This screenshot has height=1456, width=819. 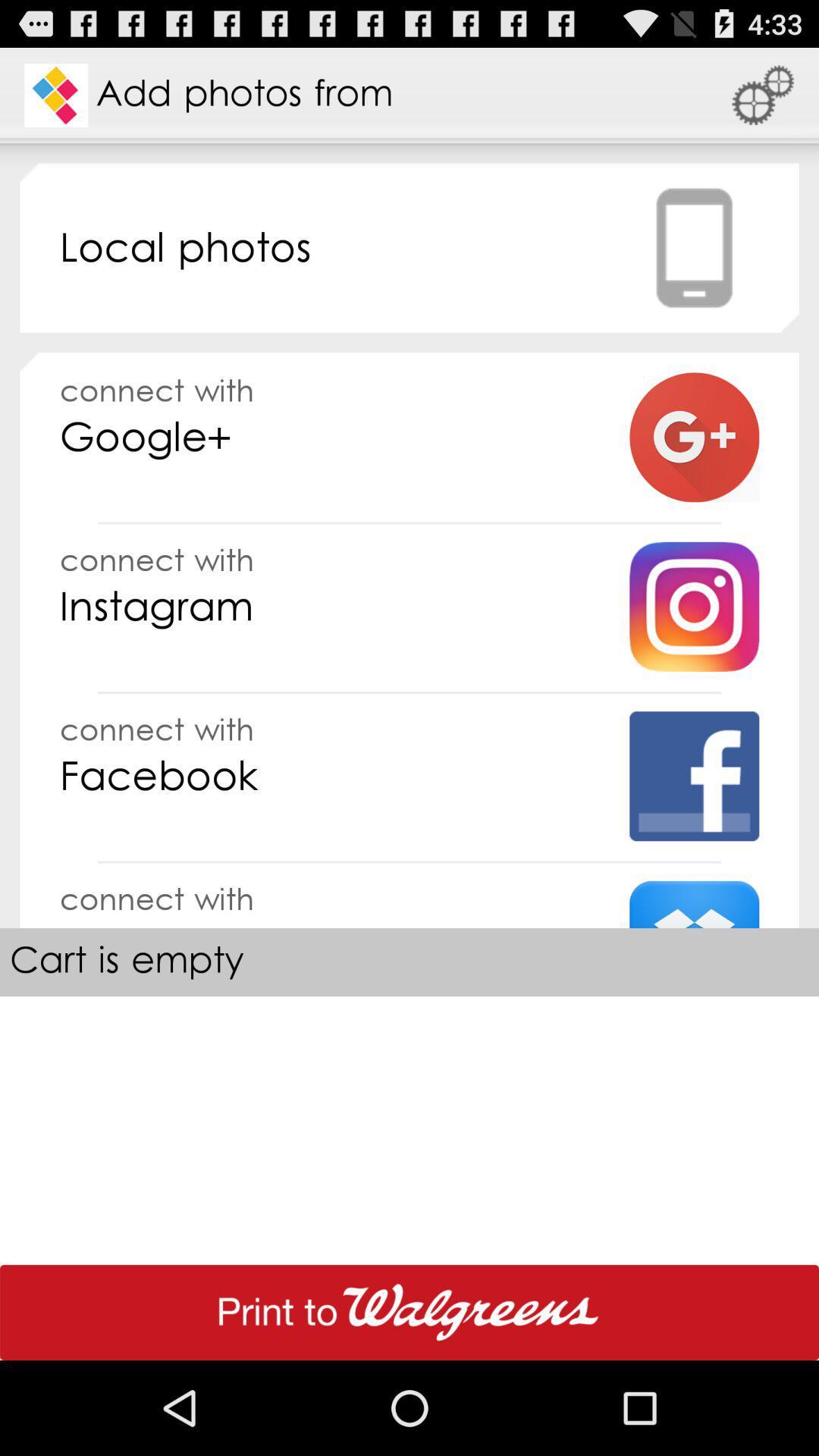 I want to click on app next to add photos from app, so click(x=763, y=94).